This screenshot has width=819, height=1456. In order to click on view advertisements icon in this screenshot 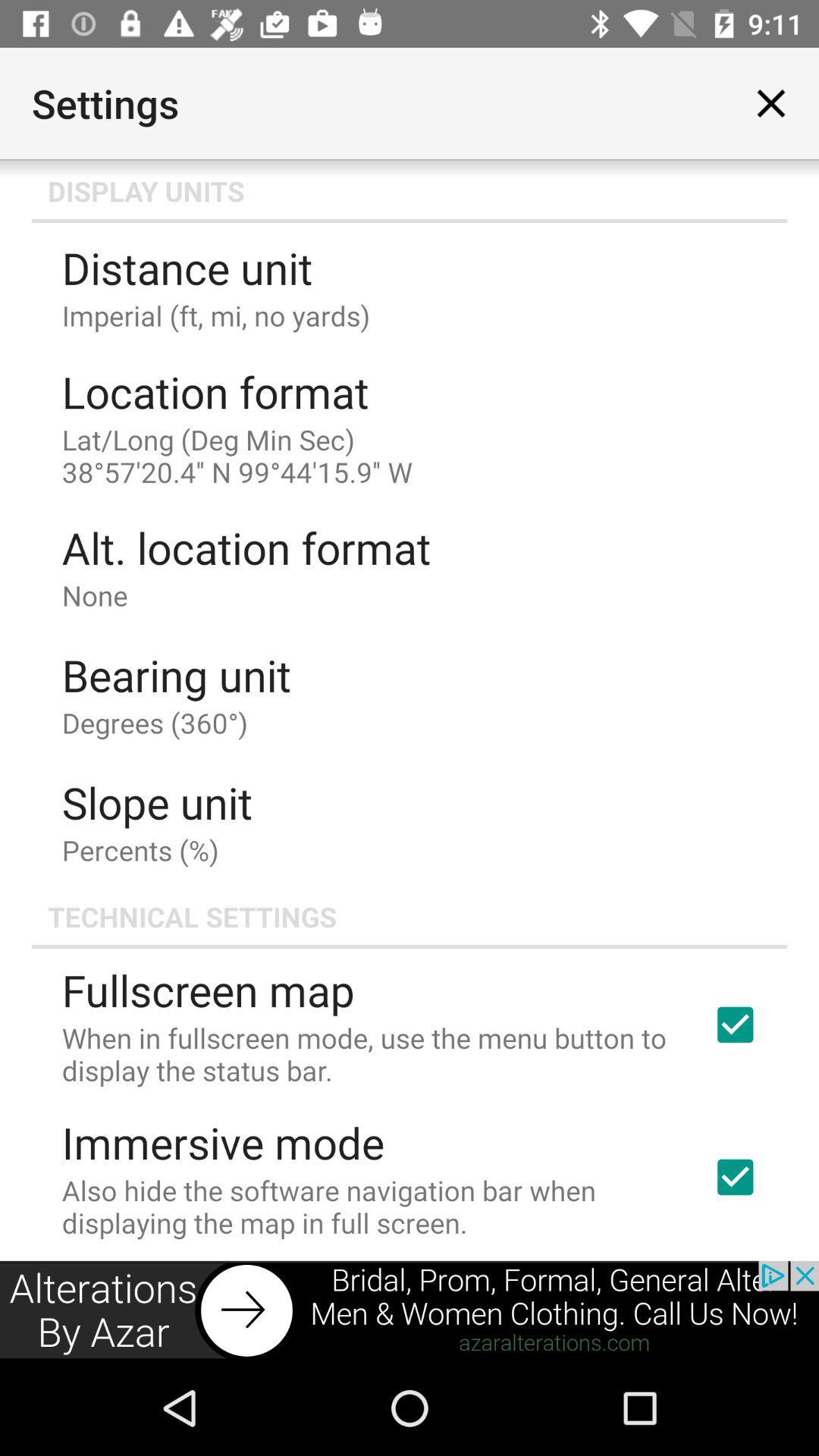, I will do `click(409, 1310)`.